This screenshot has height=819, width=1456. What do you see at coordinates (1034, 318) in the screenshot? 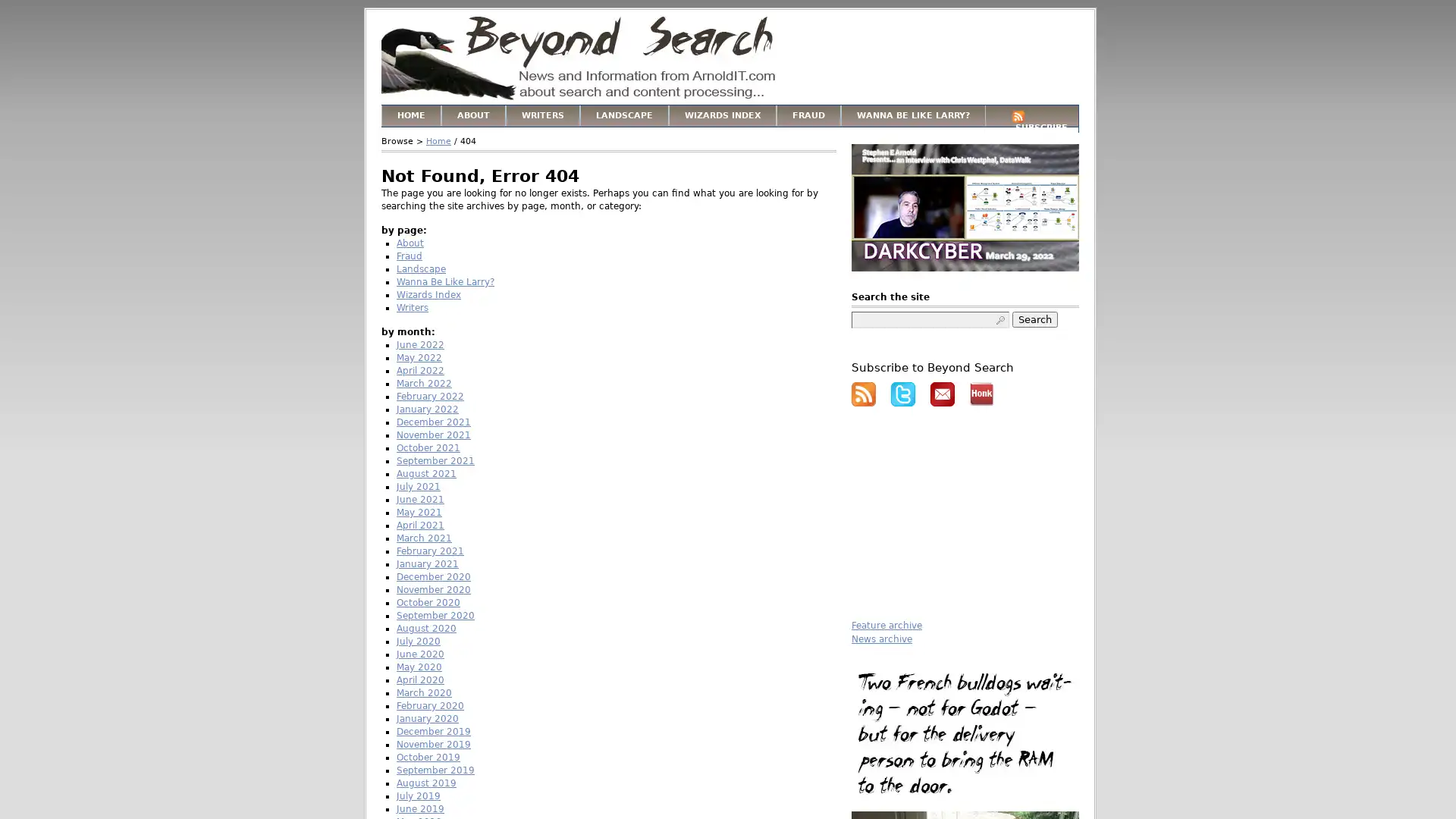
I see `Search` at bounding box center [1034, 318].